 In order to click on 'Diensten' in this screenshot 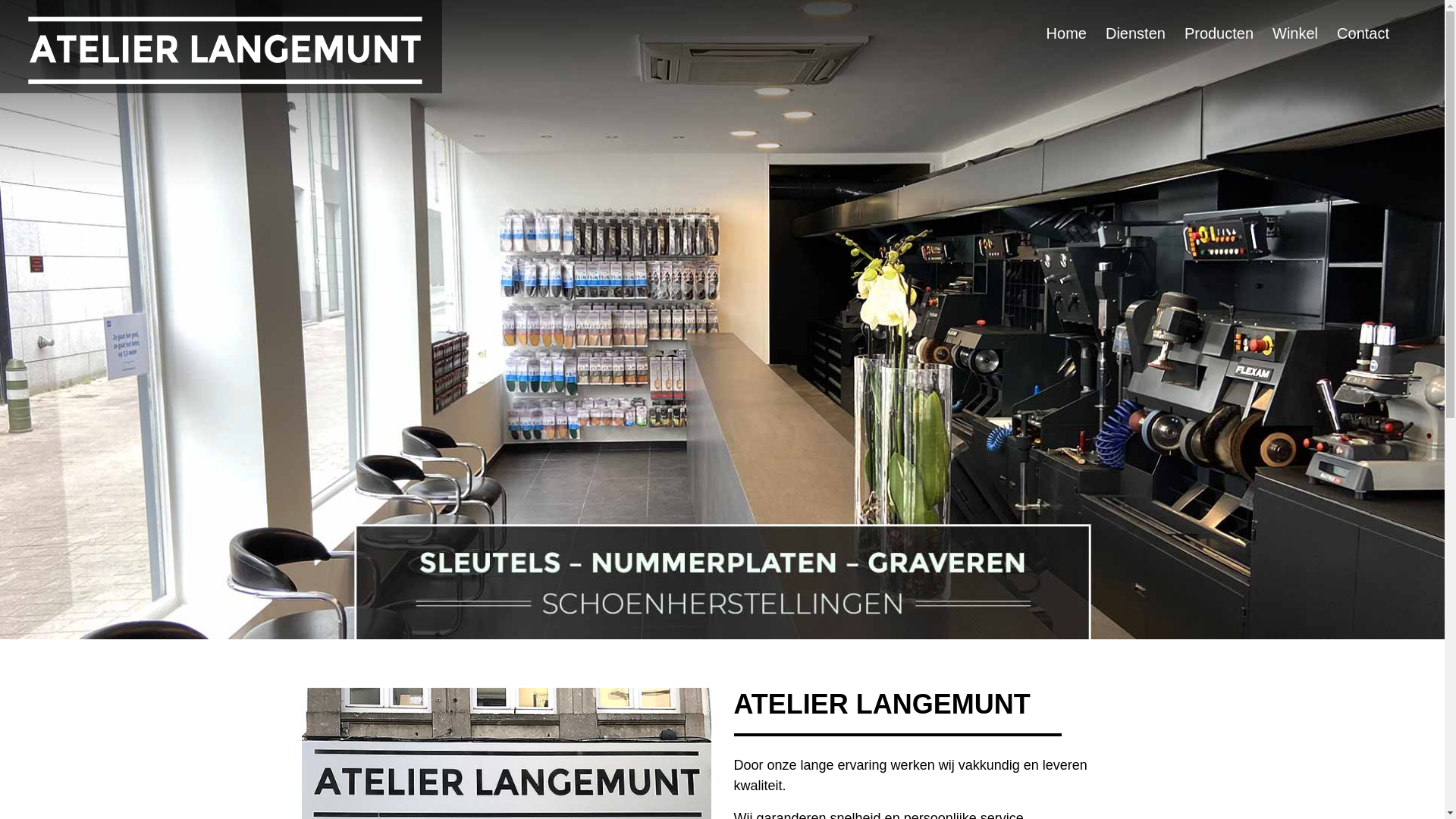, I will do `click(1145, 33)`.